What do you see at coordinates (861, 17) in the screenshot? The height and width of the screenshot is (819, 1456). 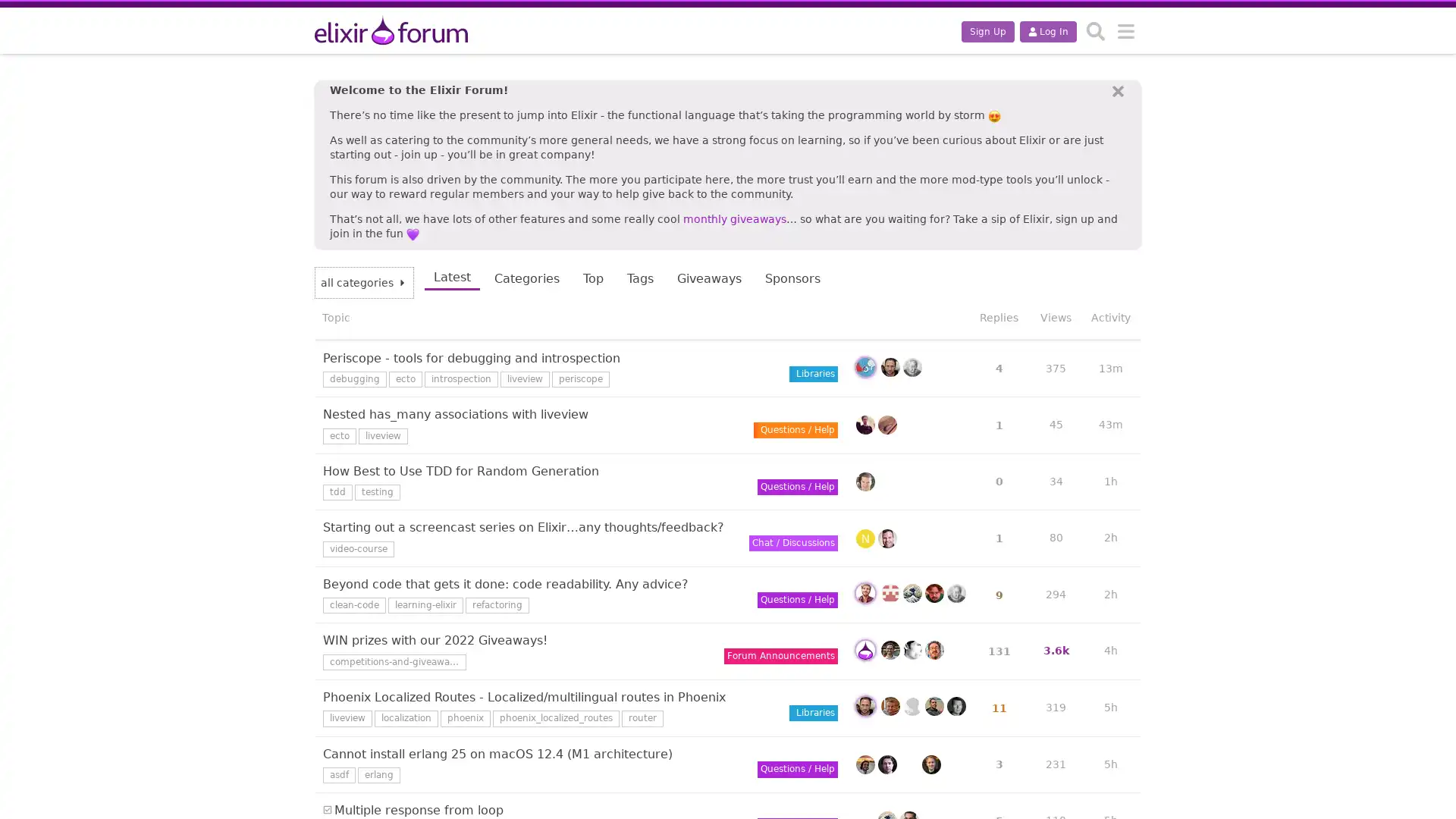 I see `This topic has 1 reply` at bounding box center [861, 17].